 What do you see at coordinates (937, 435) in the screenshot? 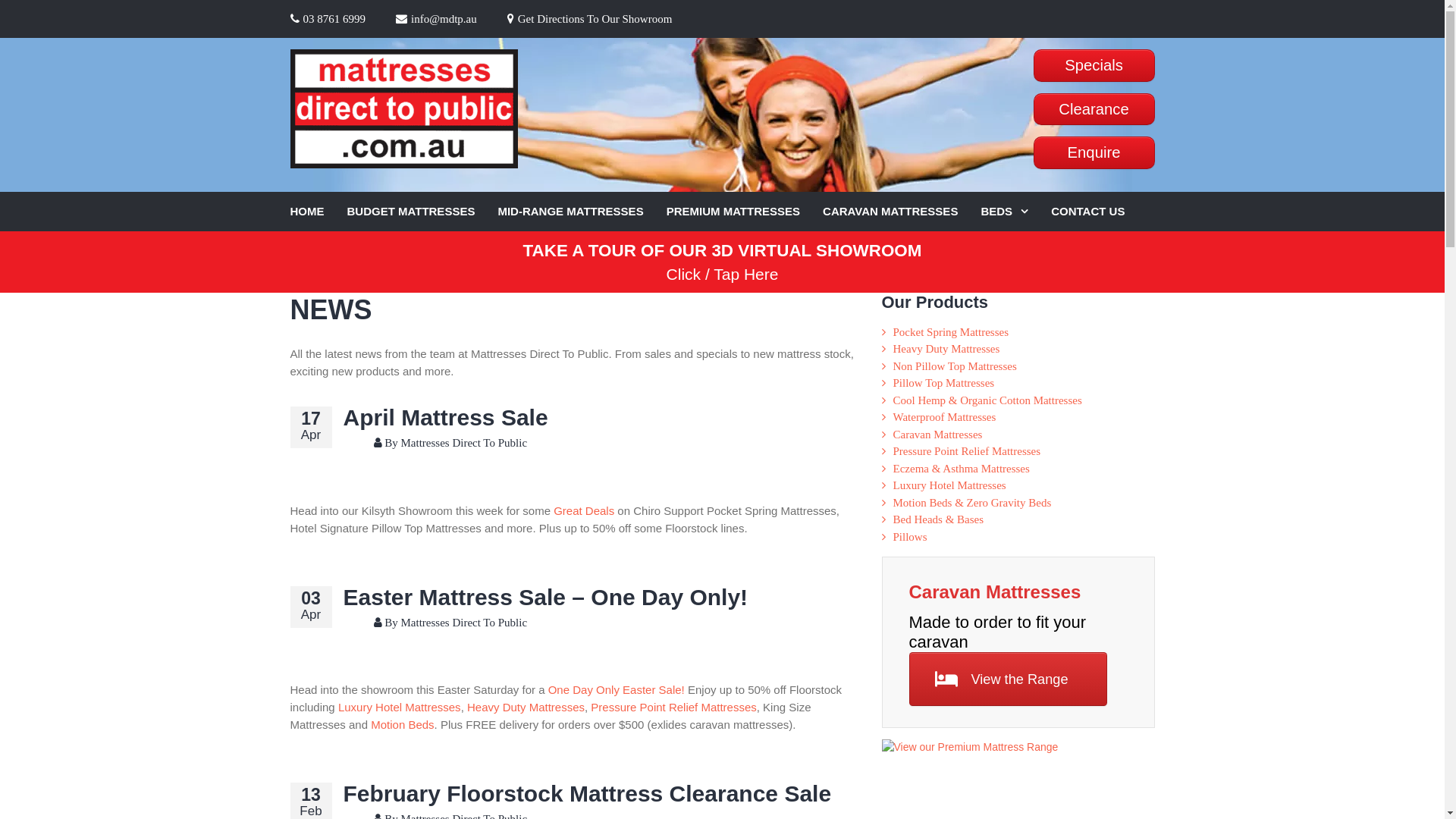
I see `'Caravan Mattresses'` at bounding box center [937, 435].